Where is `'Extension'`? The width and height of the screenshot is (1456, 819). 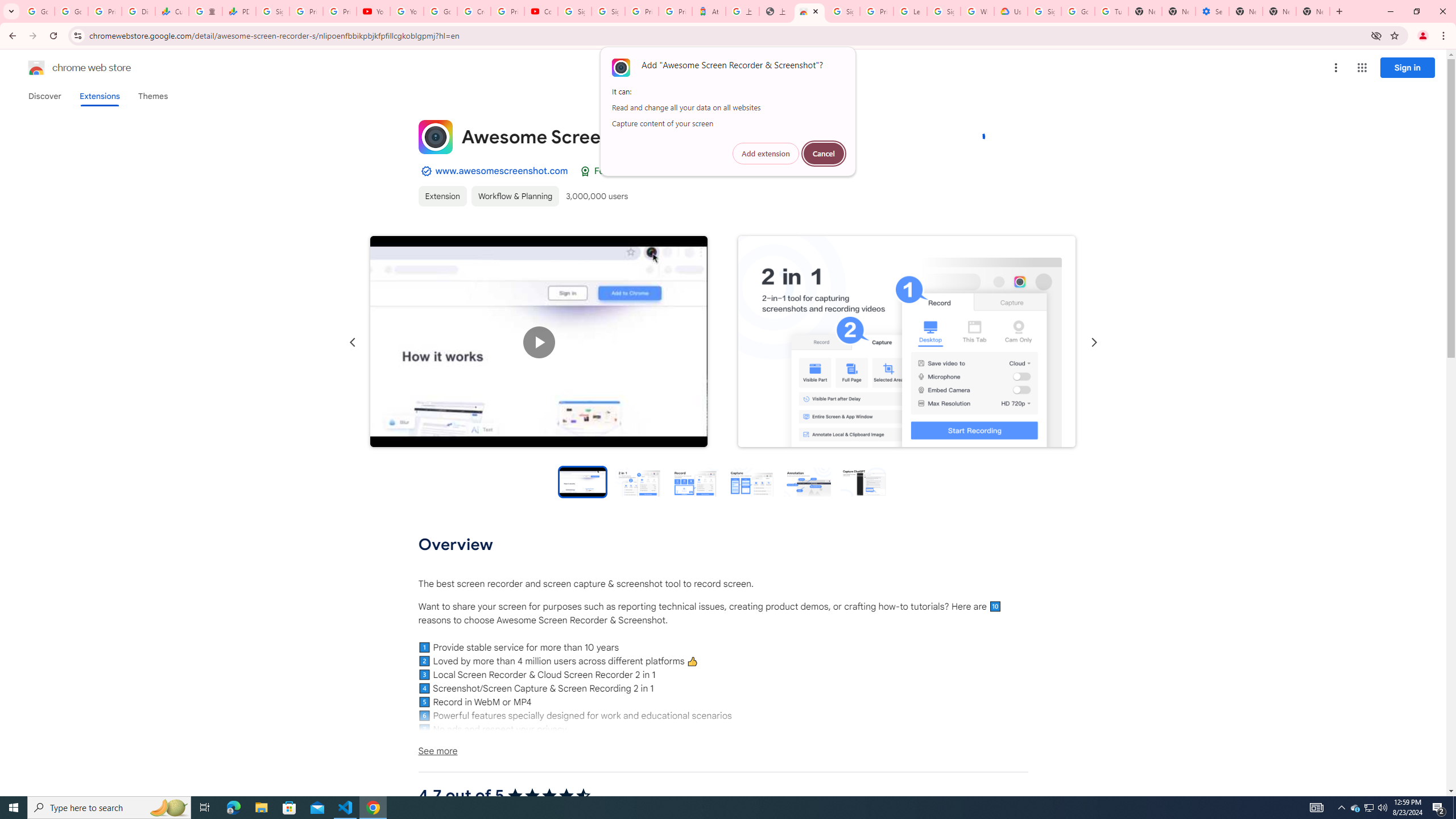 'Extension' is located at coordinates (442, 196).